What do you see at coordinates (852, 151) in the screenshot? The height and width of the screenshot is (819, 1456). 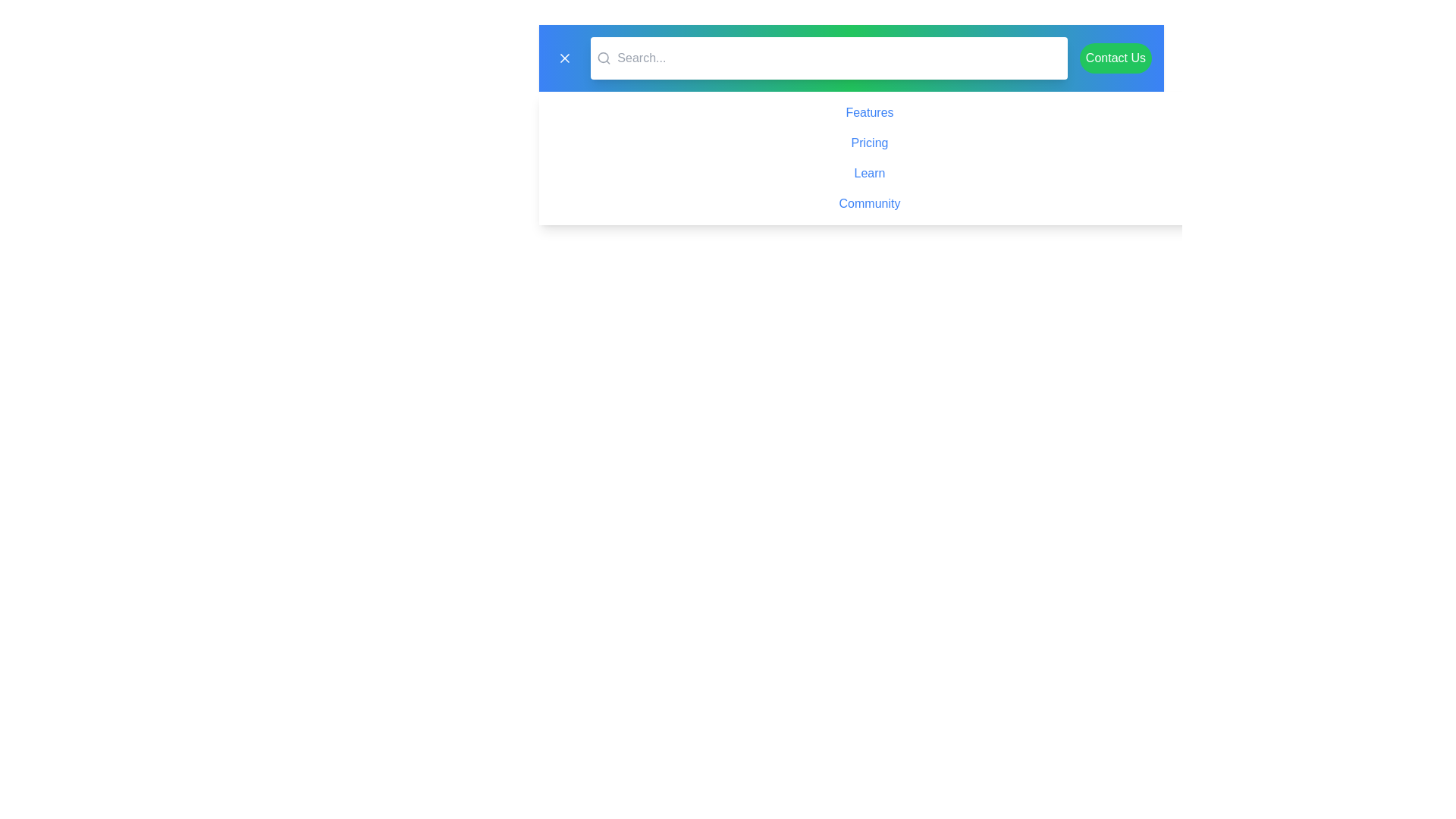 I see `the second hyperlink in the vertical list of links under the navigation area, located between the 'Features' and 'Learn' links` at bounding box center [852, 151].